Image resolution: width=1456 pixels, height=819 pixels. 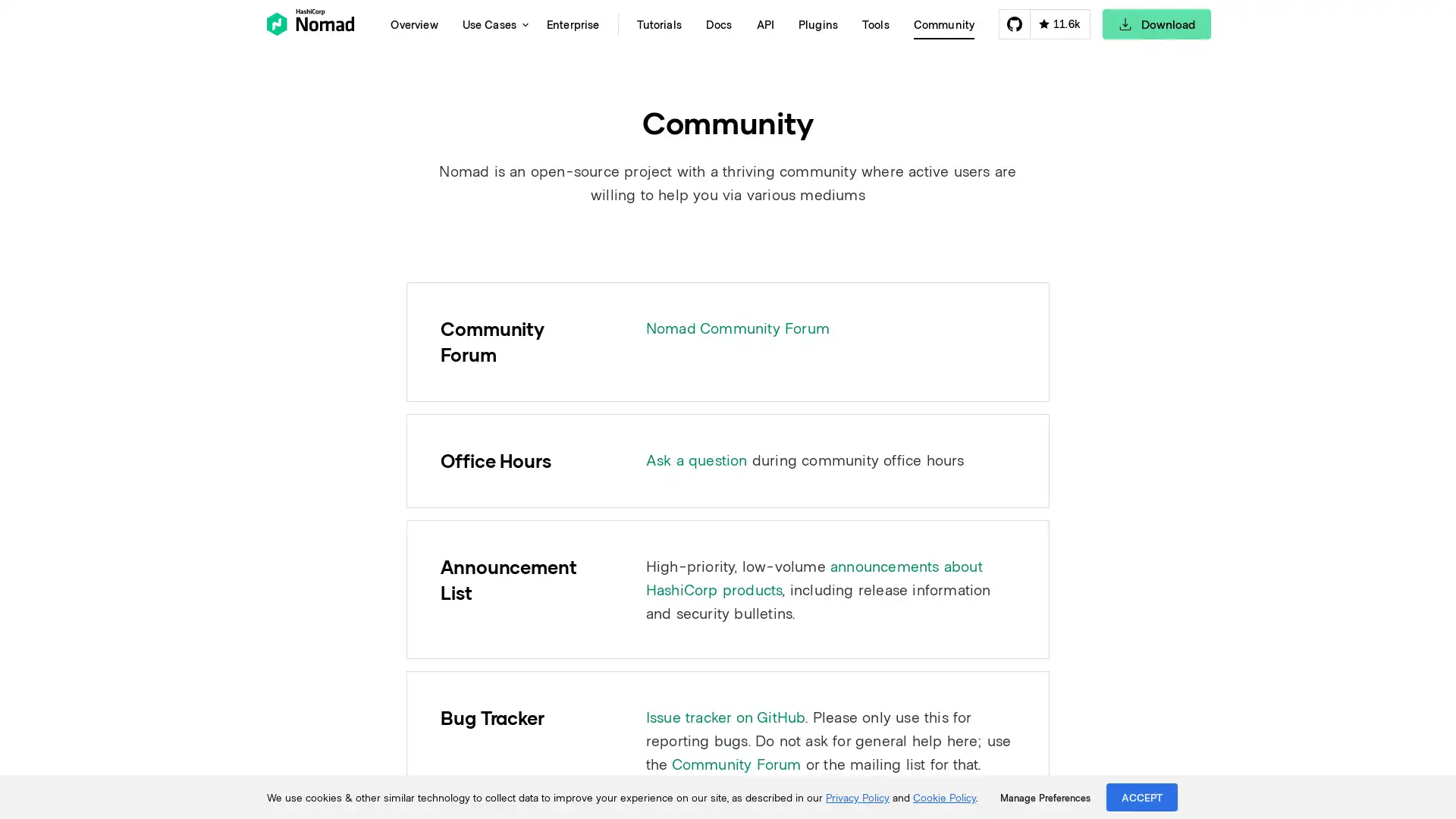 I want to click on Manage Preferences, so click(x=1044, y=797).